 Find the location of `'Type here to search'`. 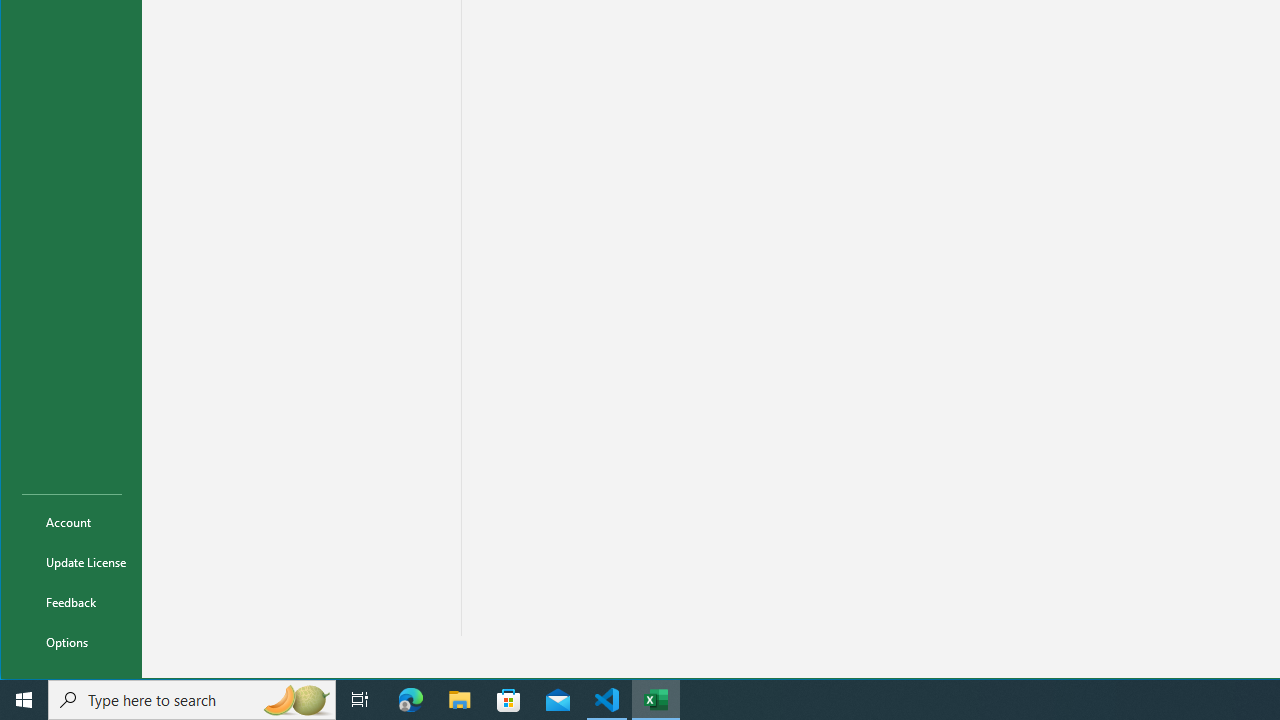

'Type here to search' is located at coordinates (192, 698).